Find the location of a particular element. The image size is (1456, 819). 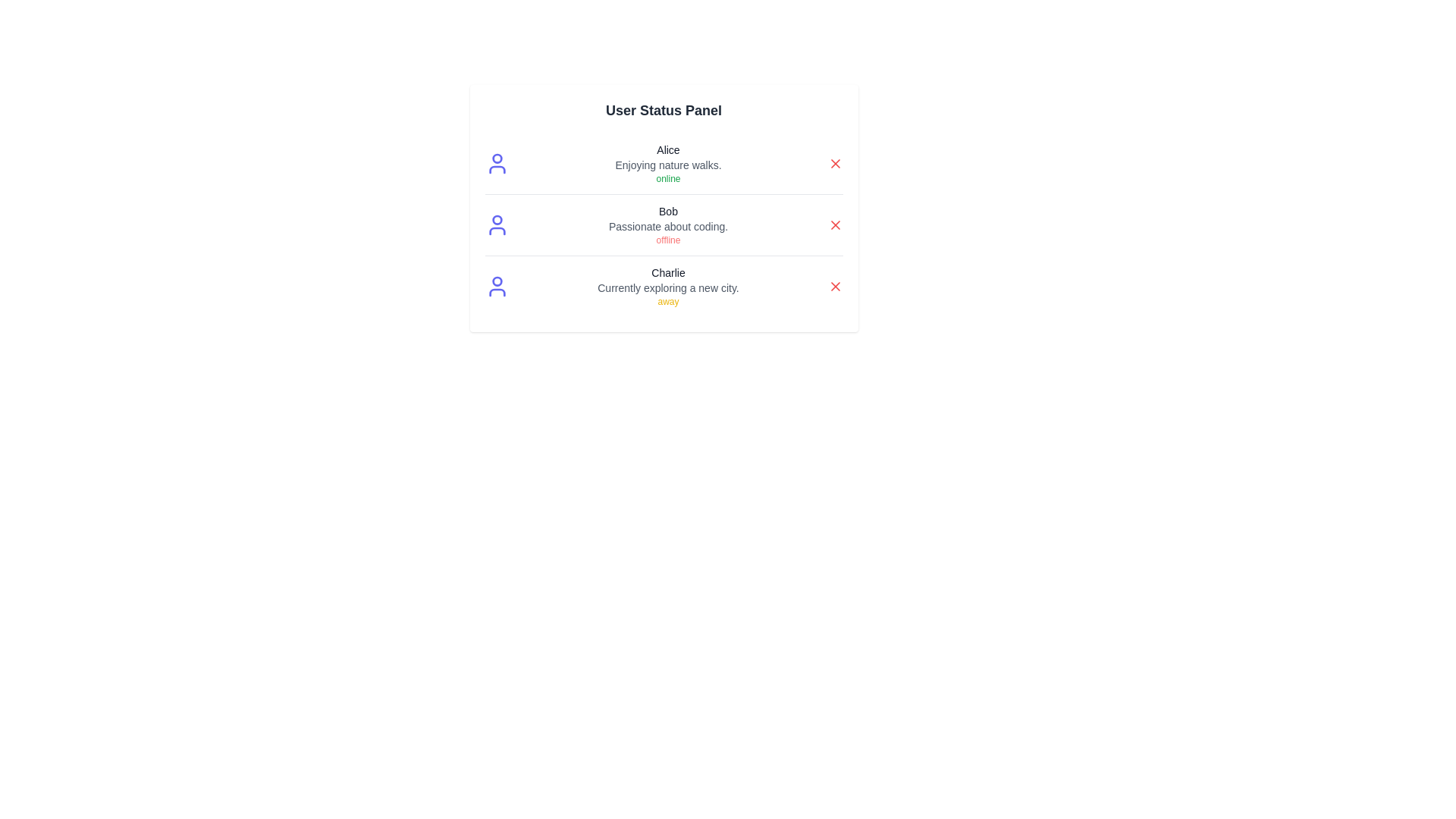

the status message text indicating the current activity or state of the user, which is positioned between the name text 'Charlie' and the status text 'away' in the bottom section of the user status panel is located at coordinates (667, 288).